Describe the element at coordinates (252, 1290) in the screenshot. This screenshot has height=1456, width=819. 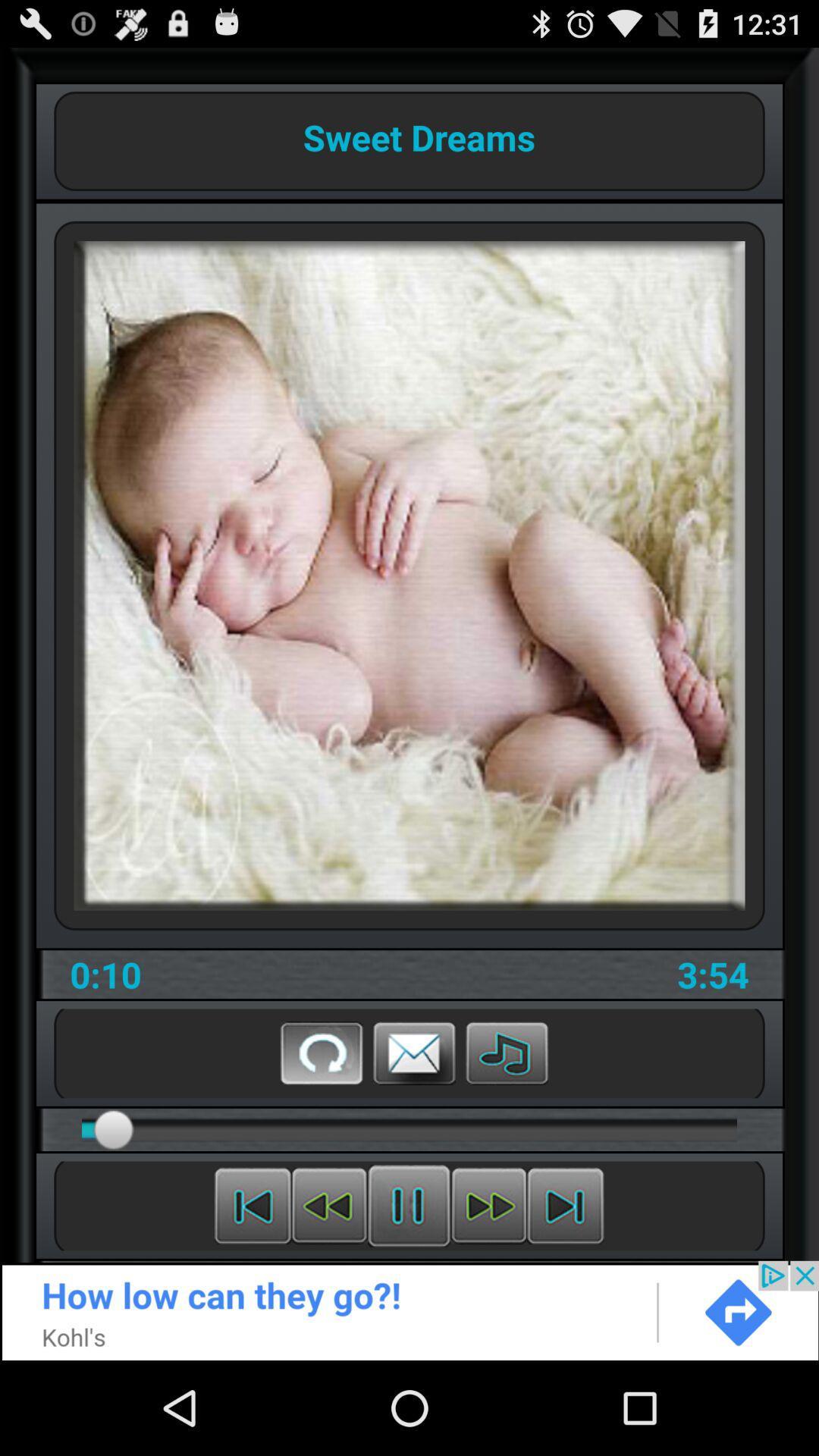
I see `the skip_previous icon` at that location.